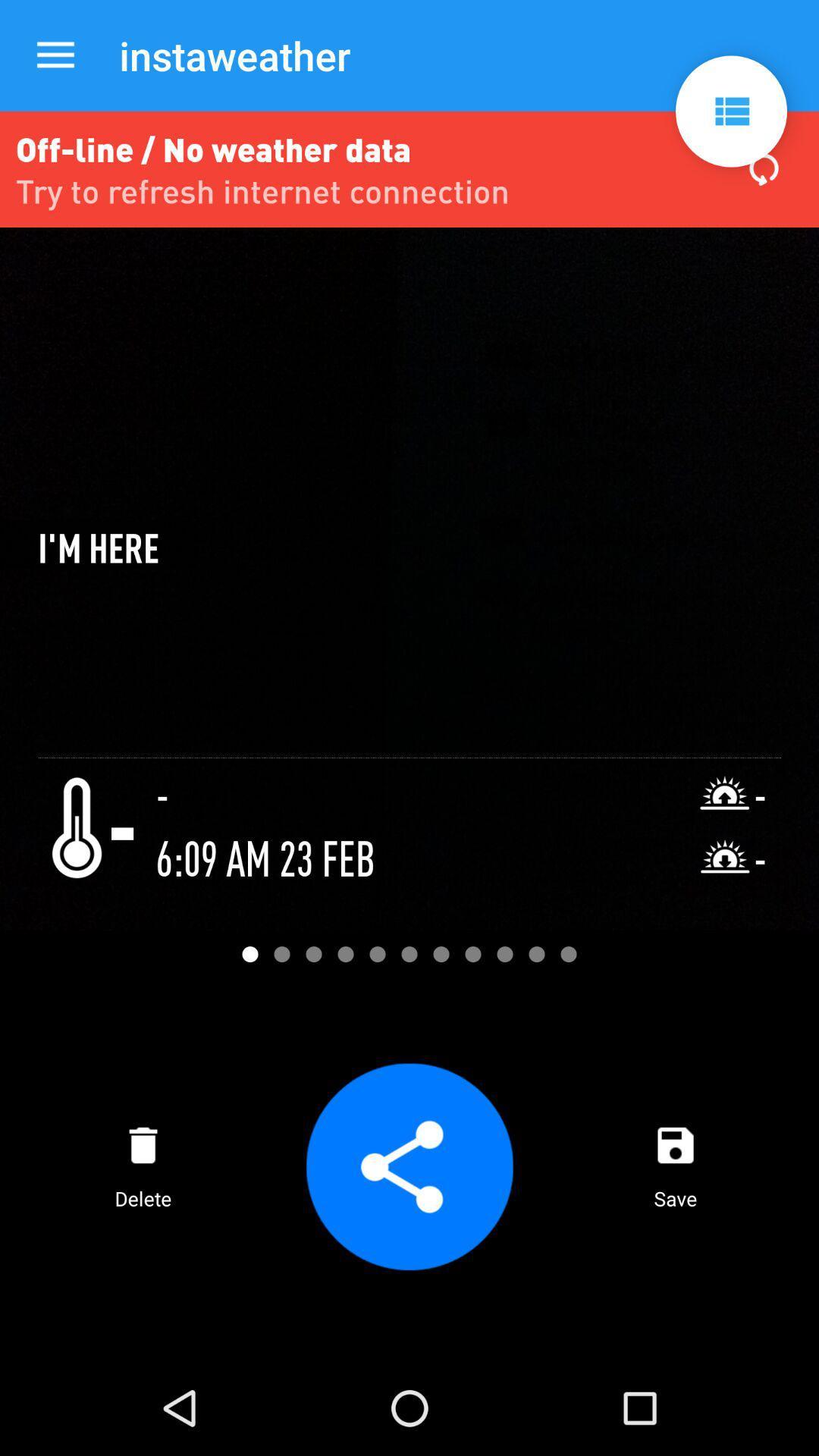 Image resolution: width=819 pixels, height=1456 pixels. What do you see at coordinates (143, 1166) in the screenshot?
I see `the delete item` at bounding box center [143, 1166].